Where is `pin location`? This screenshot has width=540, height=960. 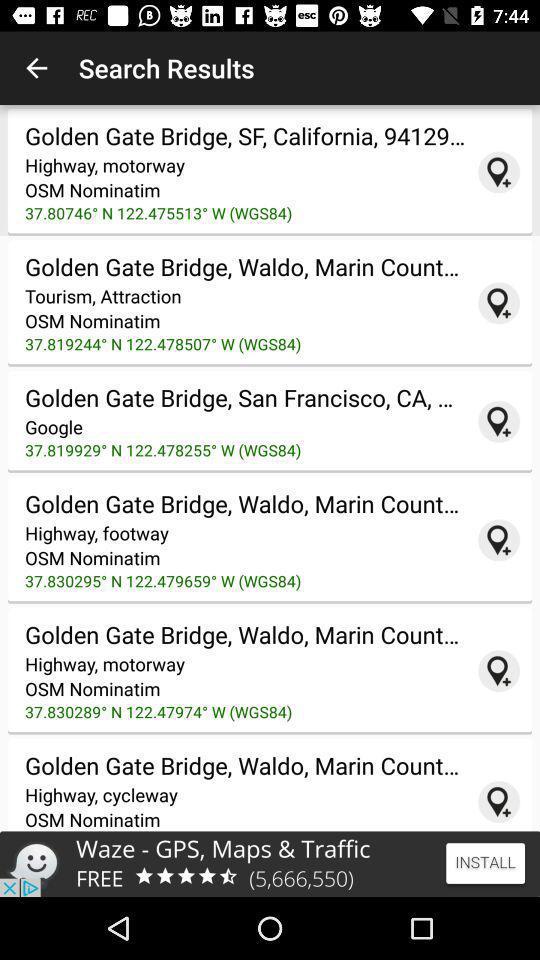
pin location is located at coordinates (498, 671).